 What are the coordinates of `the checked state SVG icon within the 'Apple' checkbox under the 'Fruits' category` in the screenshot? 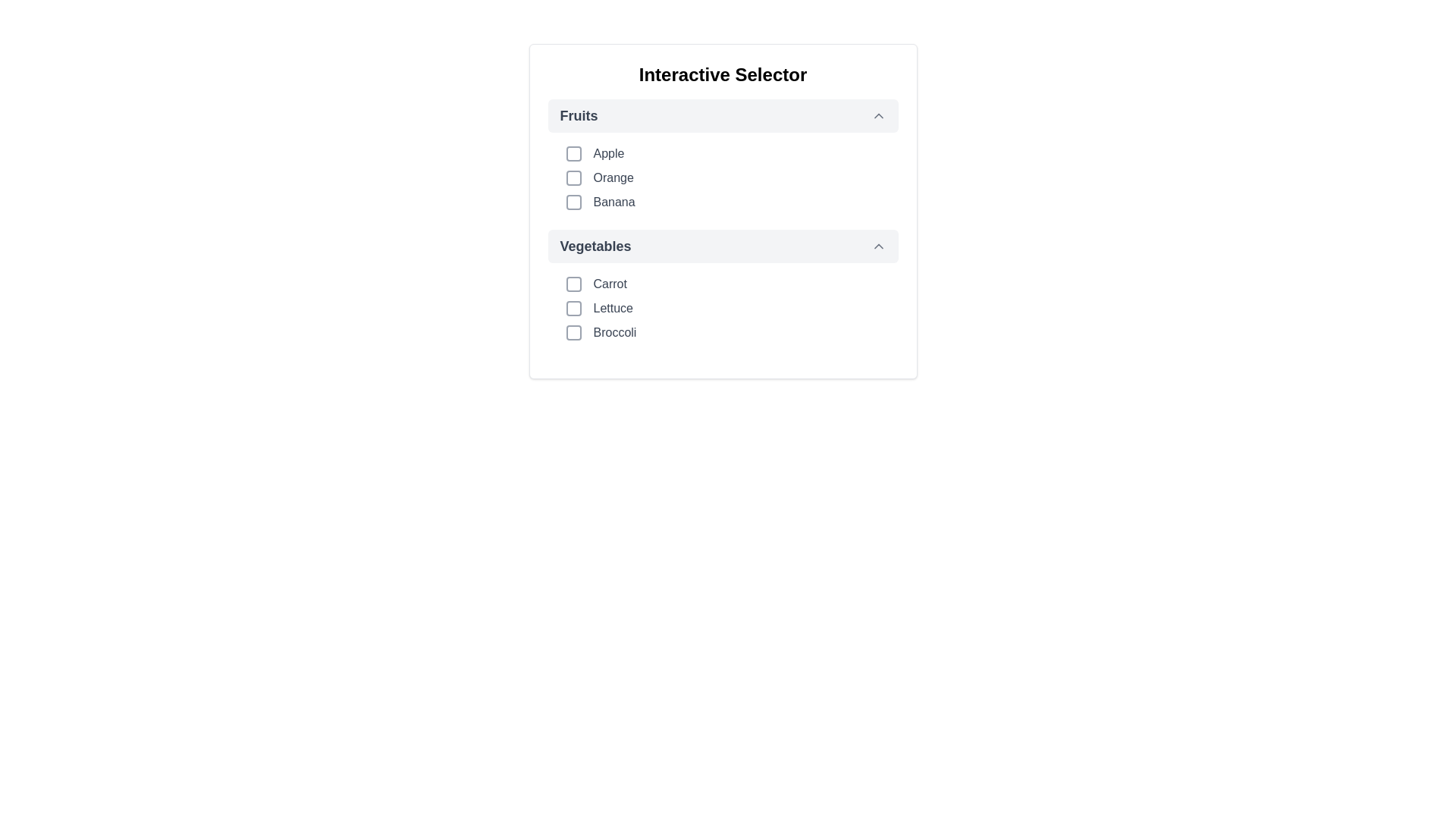 It's located at (573, 154).